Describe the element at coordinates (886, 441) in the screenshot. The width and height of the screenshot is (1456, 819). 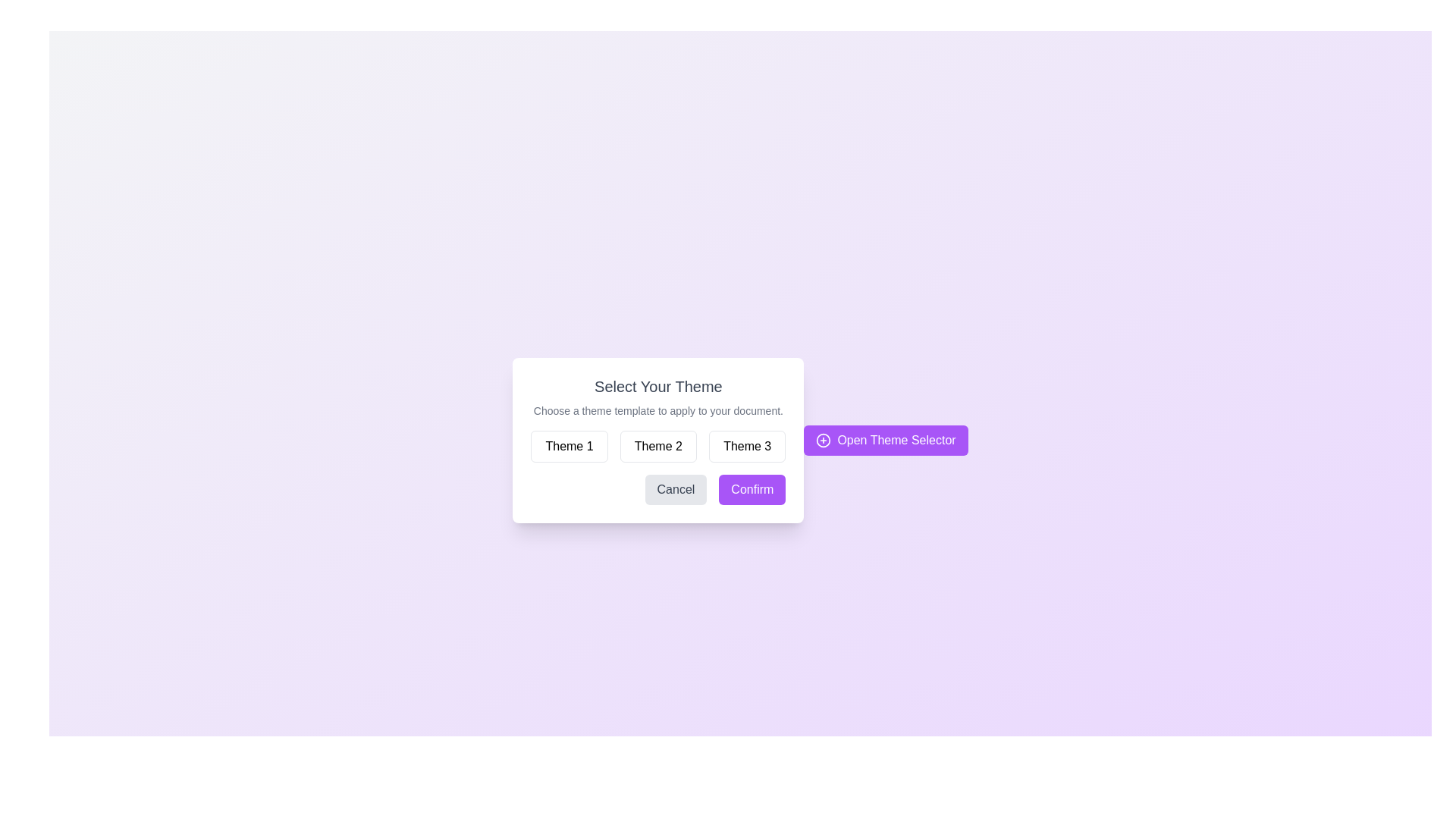
I see `the rectangular button with a purple background and white text saying 'Open Theme Selector'` at that location.